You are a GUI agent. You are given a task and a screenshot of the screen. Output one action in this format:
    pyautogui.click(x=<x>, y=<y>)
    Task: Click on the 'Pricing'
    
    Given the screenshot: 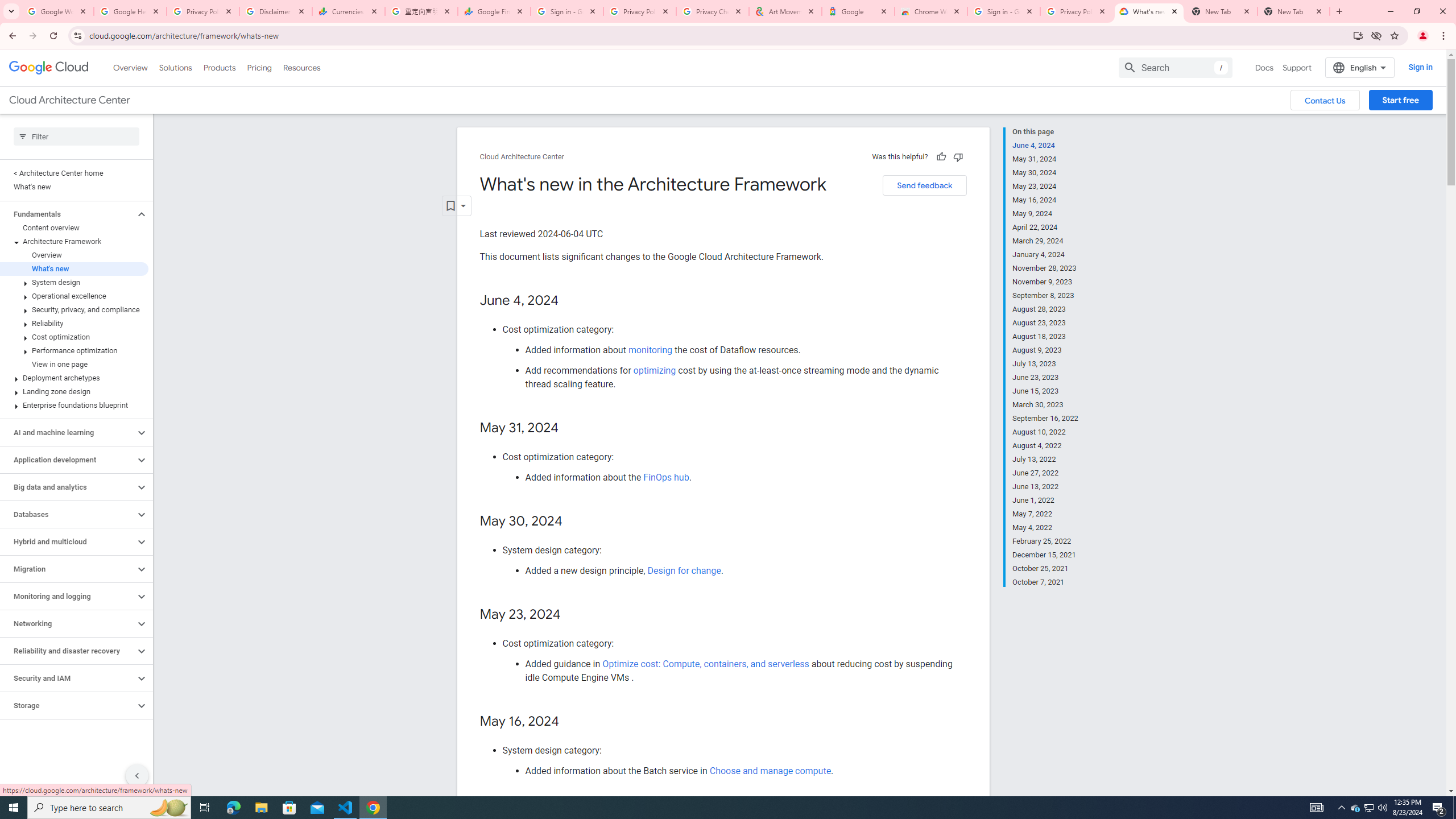 What is the action you would take?
    pyautogui.click(x=259, y=67)
    